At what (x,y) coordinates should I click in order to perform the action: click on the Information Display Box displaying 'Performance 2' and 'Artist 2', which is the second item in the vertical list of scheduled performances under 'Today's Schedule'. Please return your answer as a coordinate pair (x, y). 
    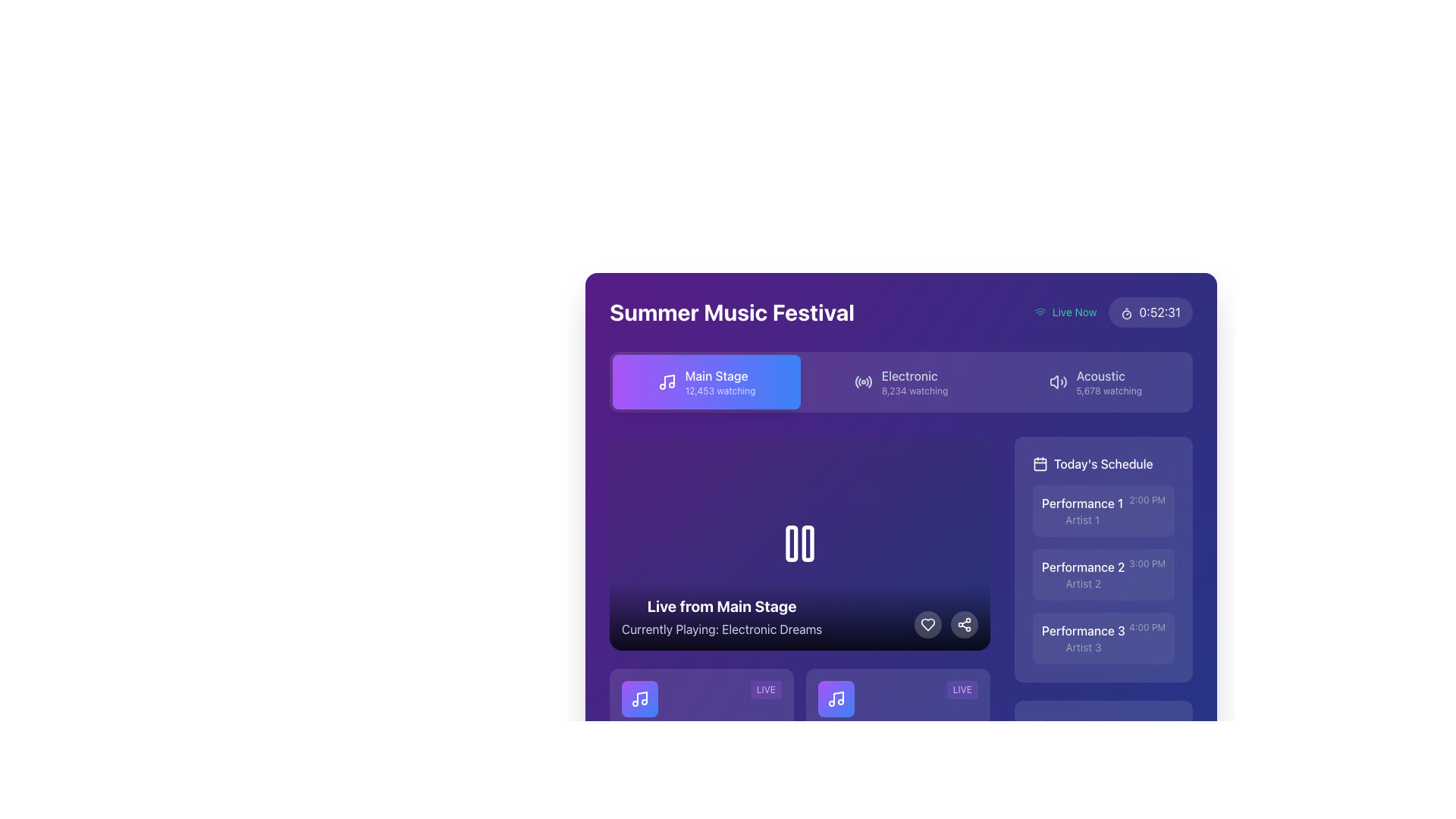
    Looking at the image, I should click on (1082, 575).